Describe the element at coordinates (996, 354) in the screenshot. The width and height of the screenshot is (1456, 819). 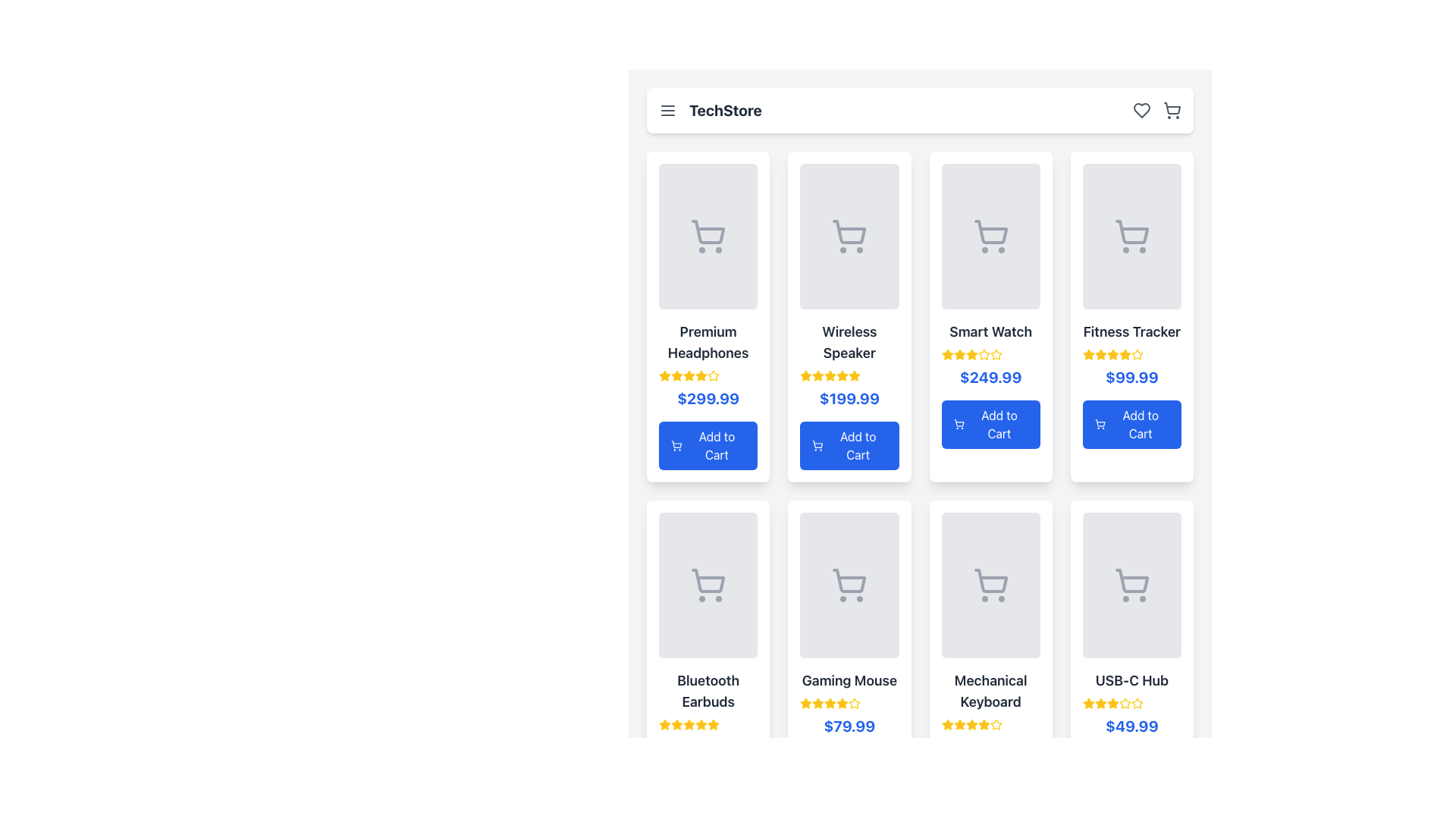
I see `the fifth yellow star icon` at that location.